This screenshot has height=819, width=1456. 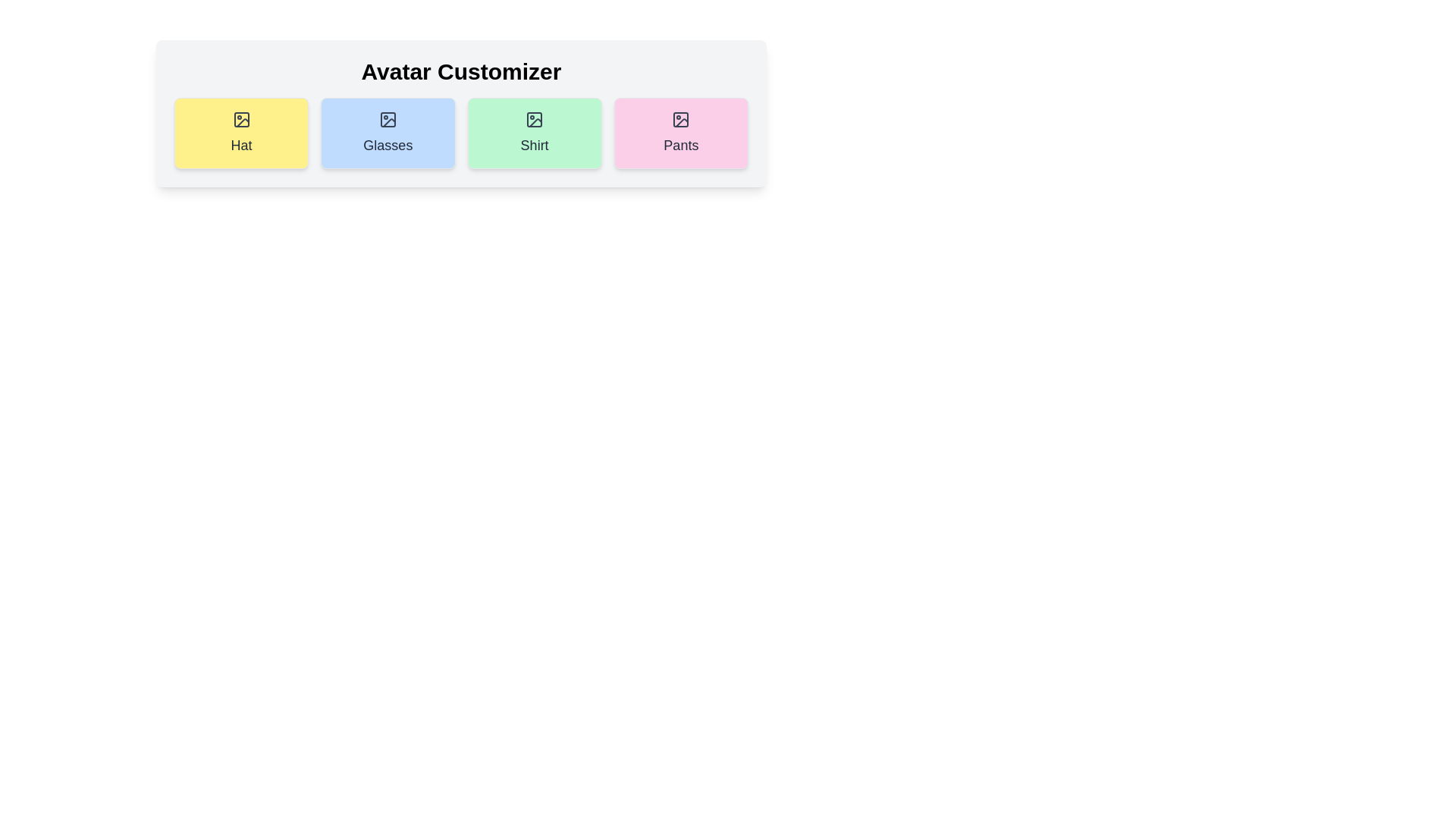 What do you see at coordinates (680, 133) in the screenshot?
I see `the 'Pants' button in the avatar customization interface` at bounding box center [680, 133].